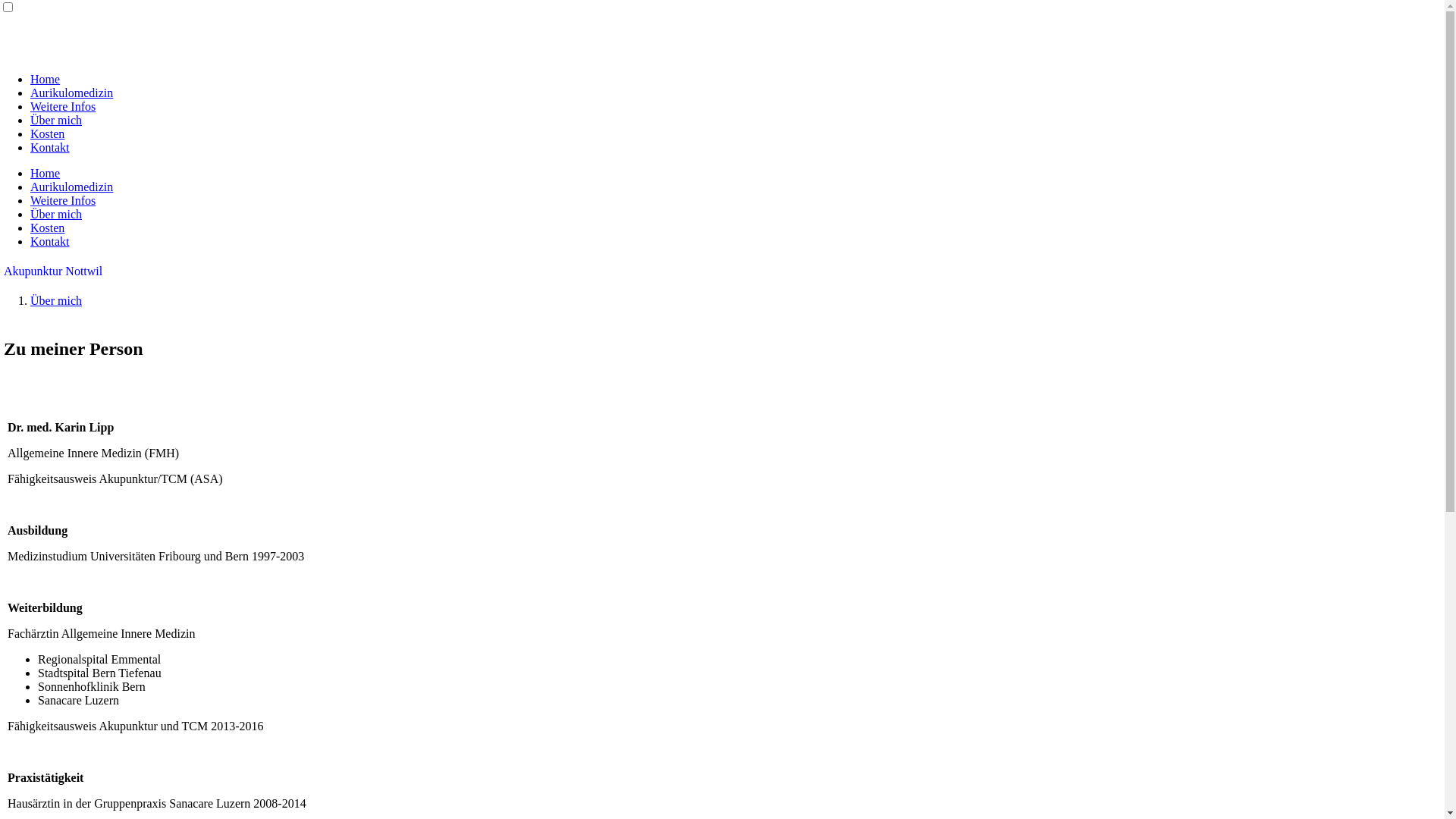 Image resolution: width=1456 pixels, height=819 pixels. I want to click on 'Akupunktur Nottwil', so click(53, 270).